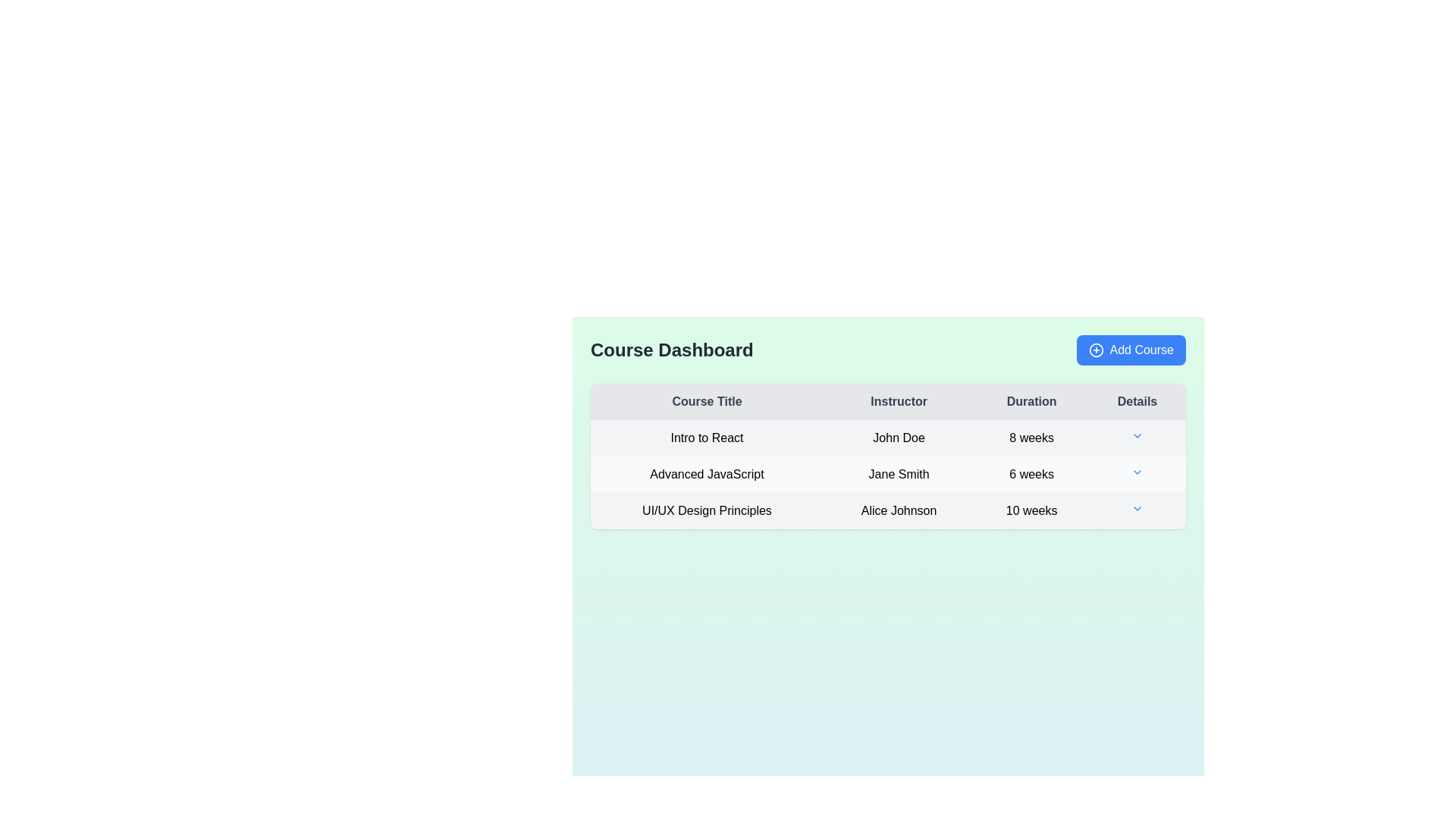 The width and height of the screenshot is (1456, 819). I want to click on the downward-pointing blue chevron icon, which serves as the Dropdown Indicator located to the right of the '6 weeks' duration text in the 'Advanced JavaScript' row, so click(1137, 473).